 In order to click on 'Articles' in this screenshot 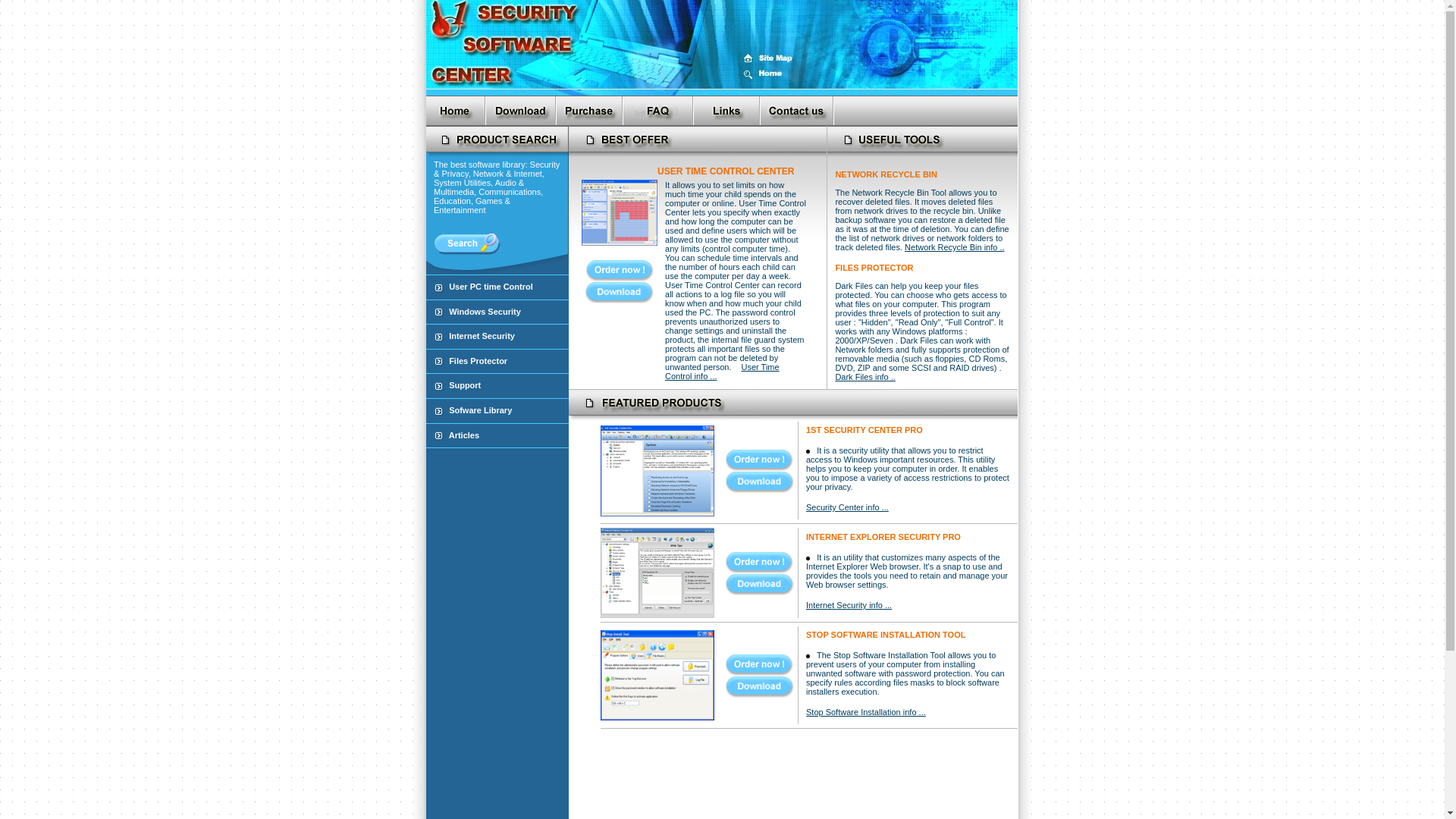, I will do `click(463, 435)`.